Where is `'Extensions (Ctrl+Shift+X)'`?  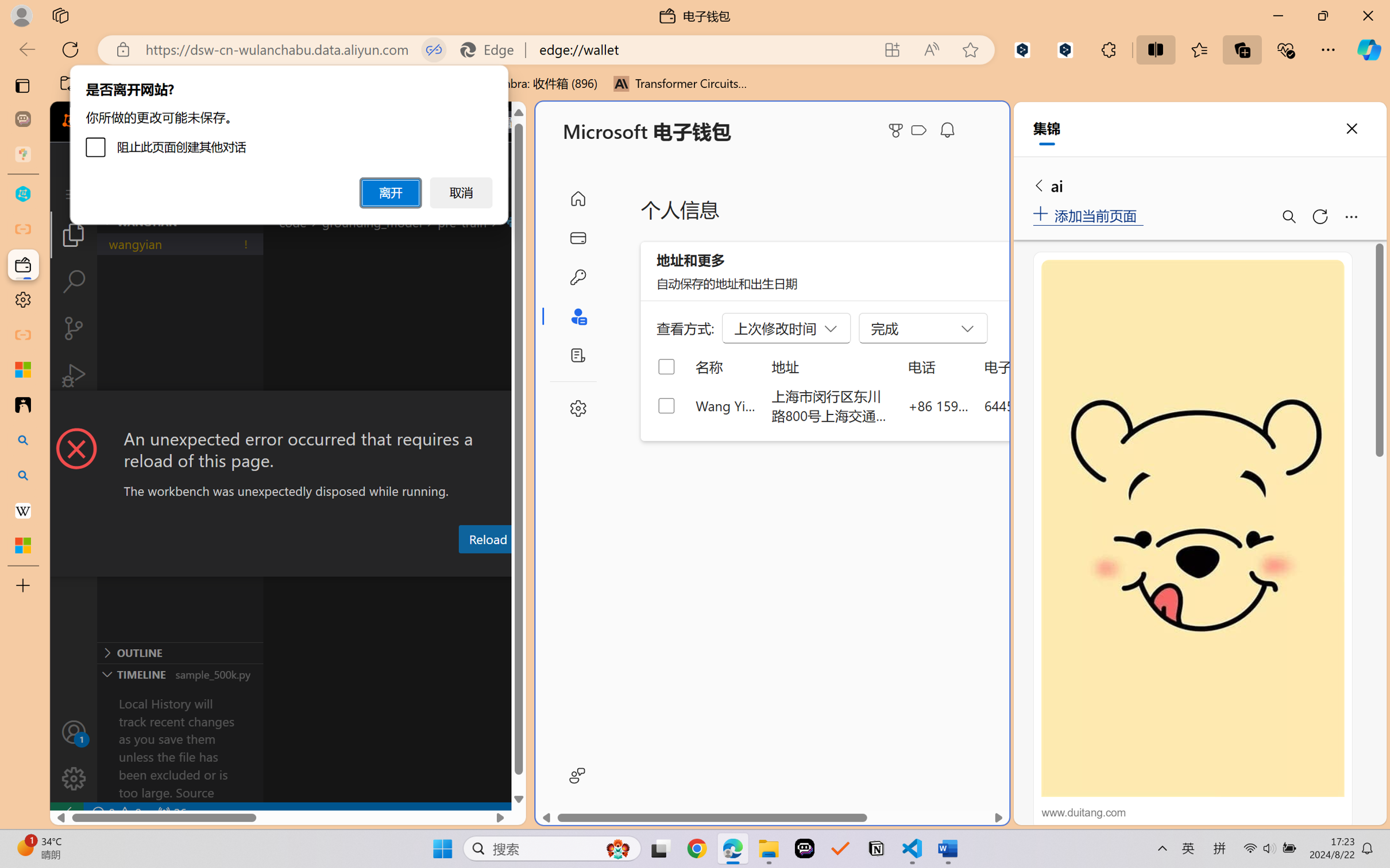
'Extensions (Ctrl+Shift+X)' is located at coordinates (73, 422).